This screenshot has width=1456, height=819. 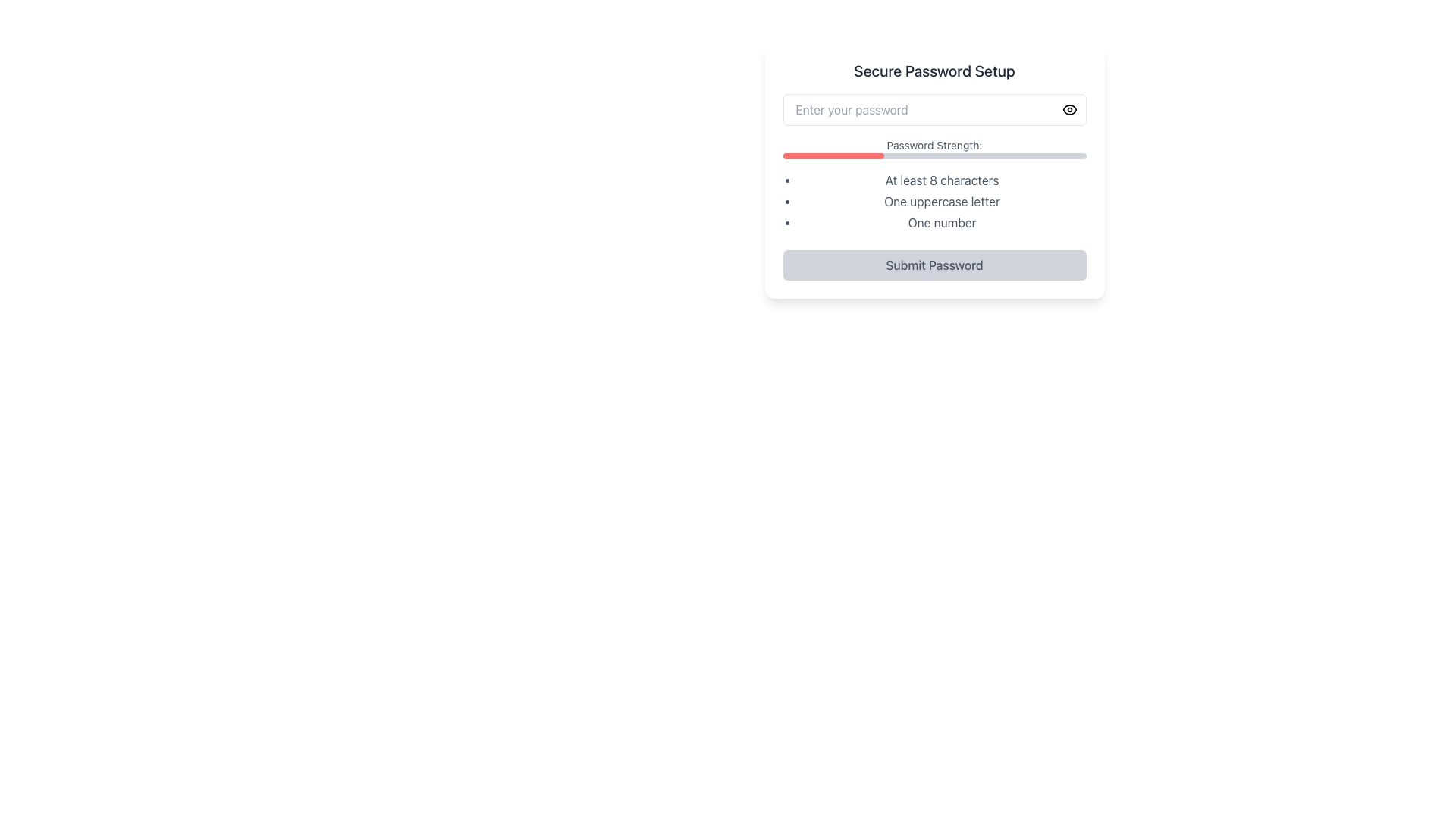 I want to click on the eye icon button located at the far right of the 'Enter your password' input field, so click(x=1068, y=109).